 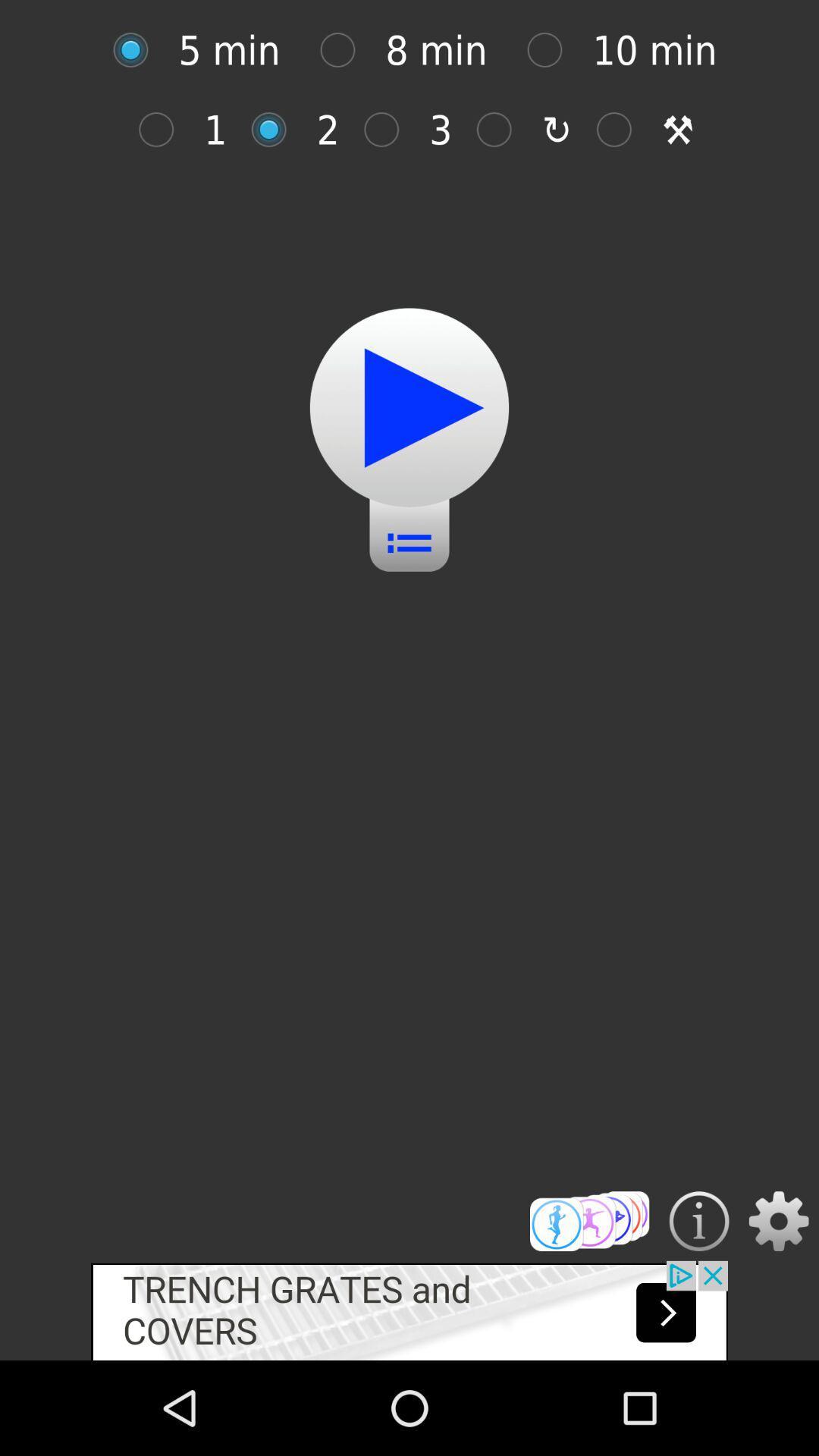 I want to click on 8 min, so click(x=345, y=50).